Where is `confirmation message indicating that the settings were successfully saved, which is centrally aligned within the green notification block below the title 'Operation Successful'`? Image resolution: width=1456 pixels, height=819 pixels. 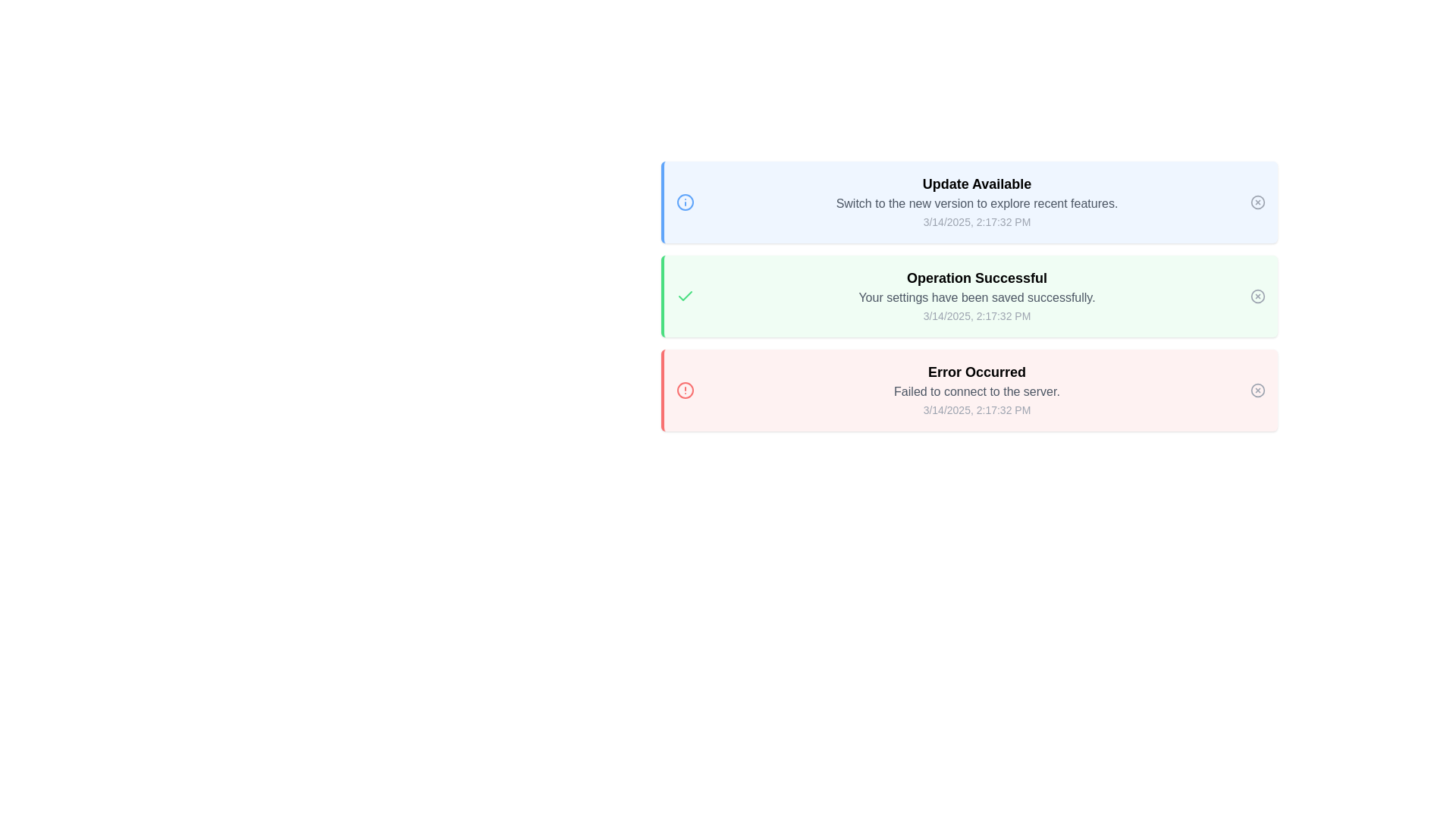 confirmation message indicating that the settings were successfully saved, which is centrally aligned within the green notification block below the title 'Operation Successful' is located at coordinates (977, 298).